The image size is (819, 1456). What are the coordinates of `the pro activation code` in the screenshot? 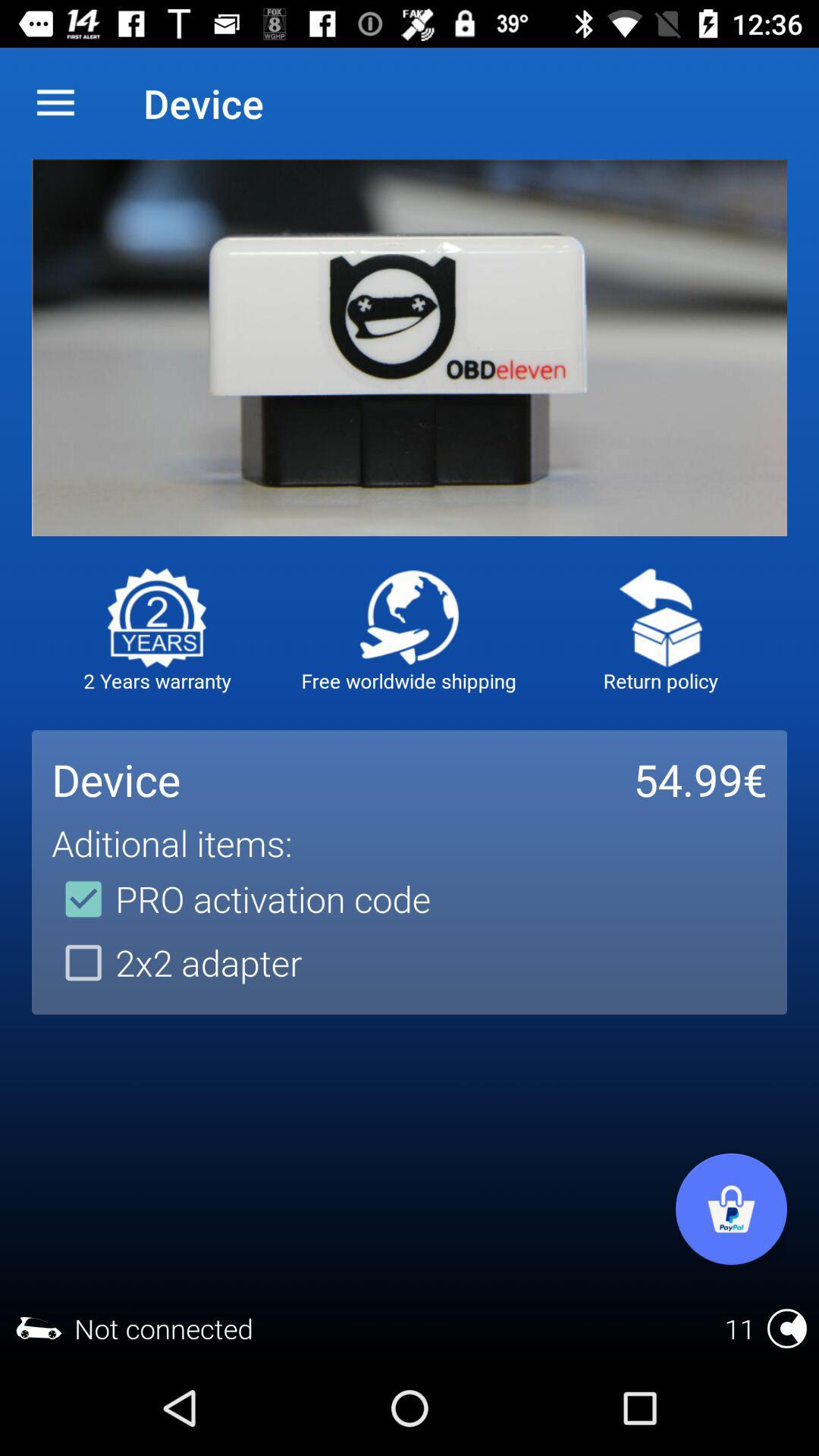 It's located at (240, 899).